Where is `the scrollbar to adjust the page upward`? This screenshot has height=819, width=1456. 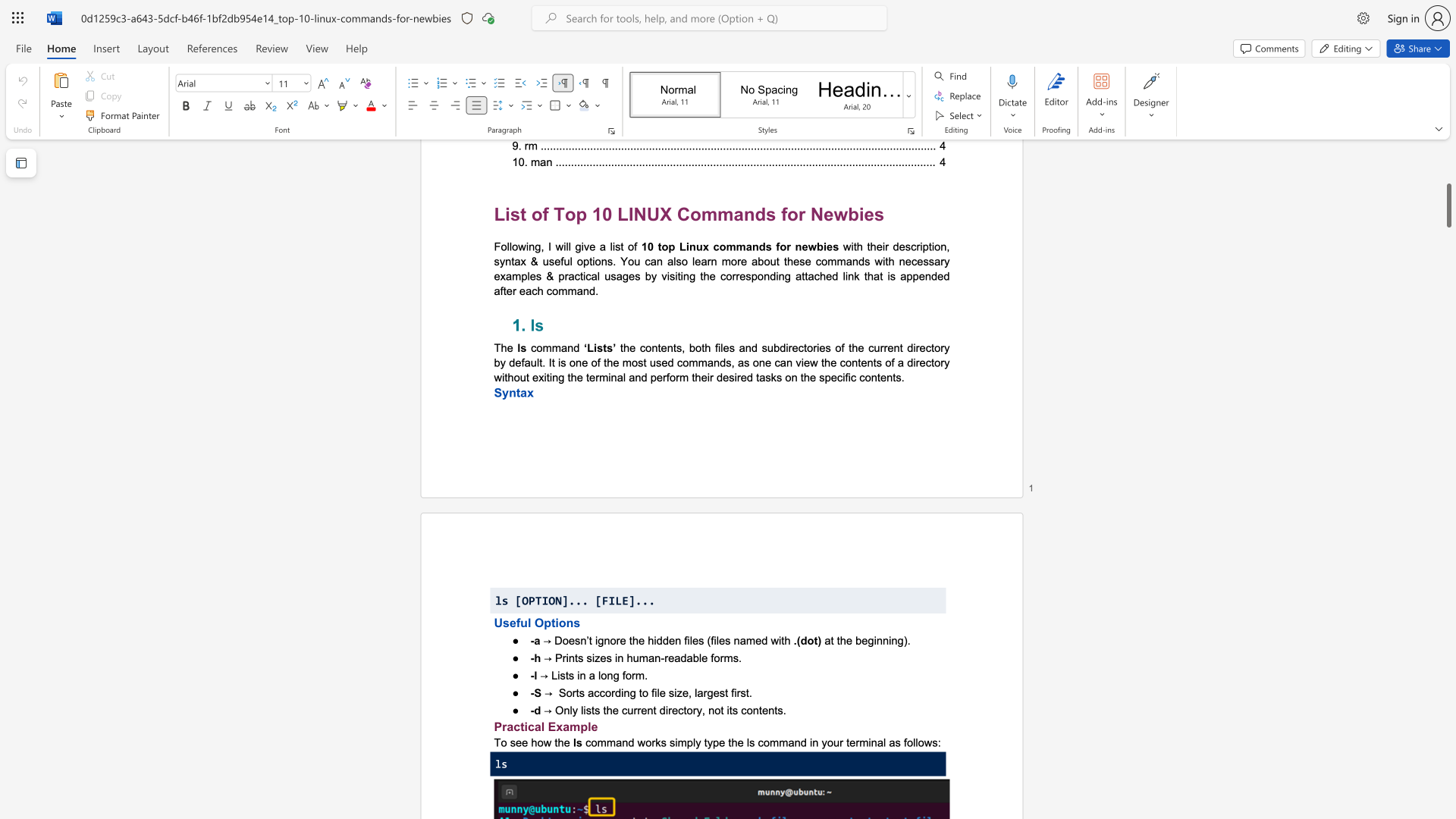
the scrollbar to adjust the page upward is located at coordinates (1448, 205).